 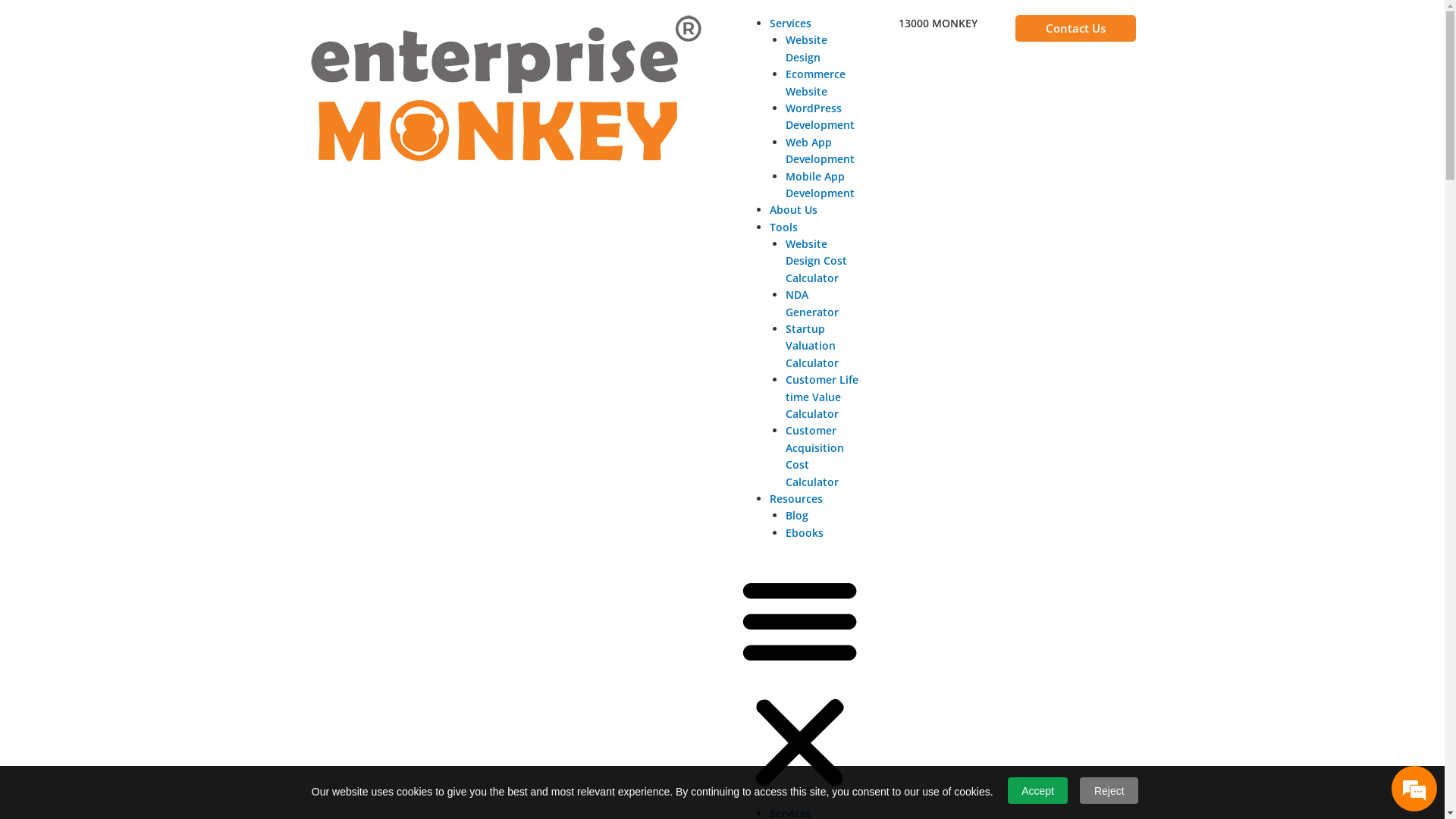 I want to click on 'Resources', so click(x=768, y=498).